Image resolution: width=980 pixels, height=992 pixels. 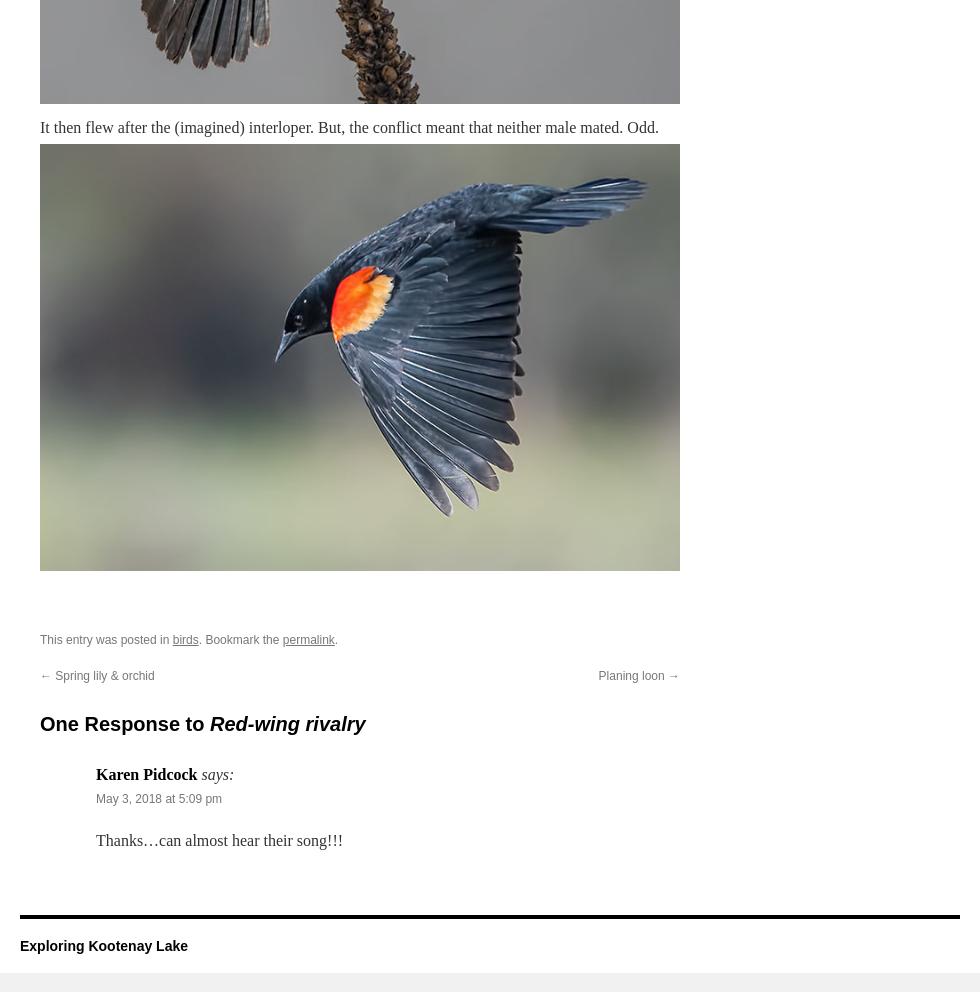 I want to click on 'One Response to', so click(x=125, y=722).